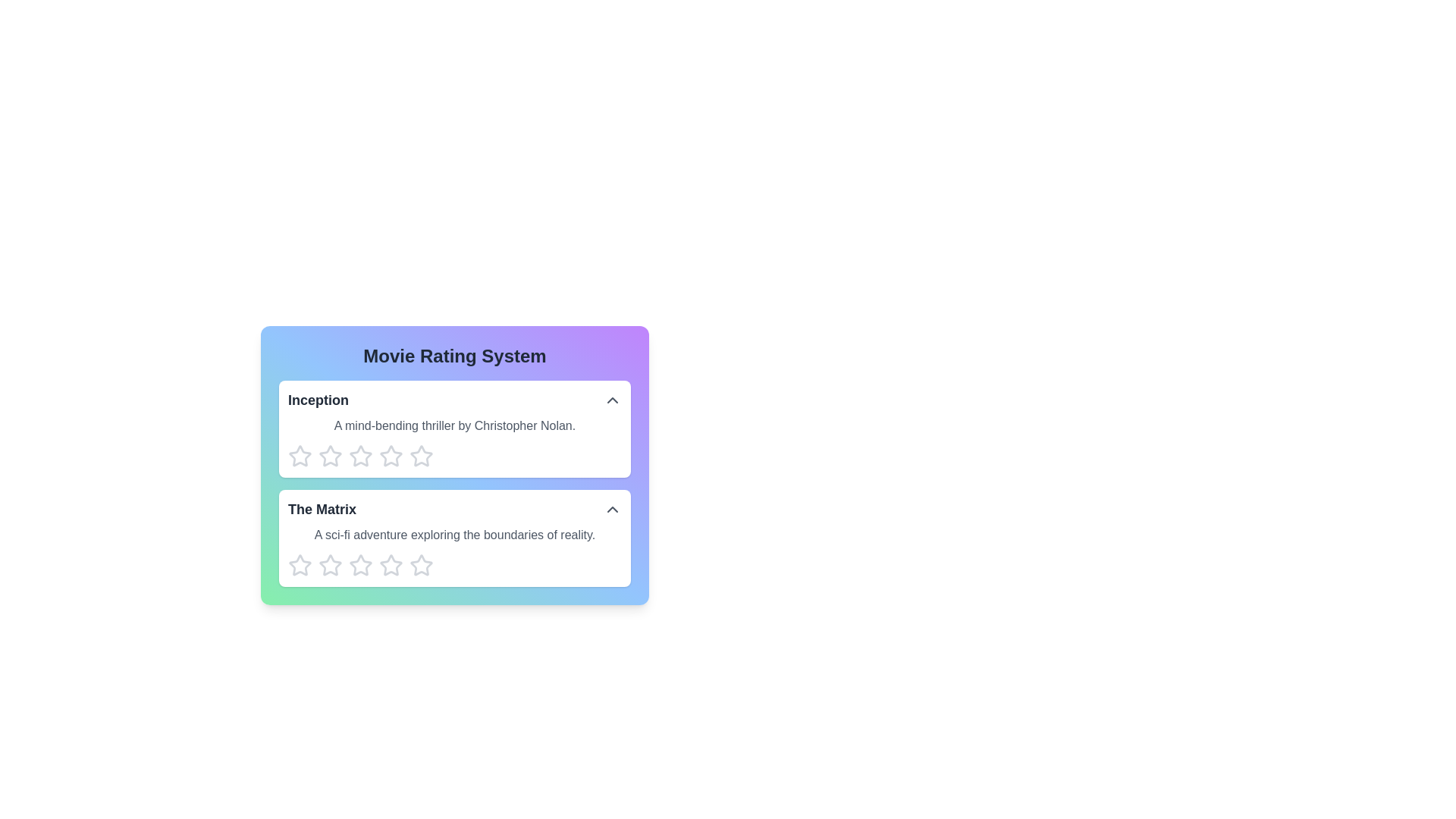 The height and width of the screenshot is (819, 1456). What do you see at coordinates (391, 455) in the screenshot?
I see `the third star icon from the left` at bounding box center [391, 455].